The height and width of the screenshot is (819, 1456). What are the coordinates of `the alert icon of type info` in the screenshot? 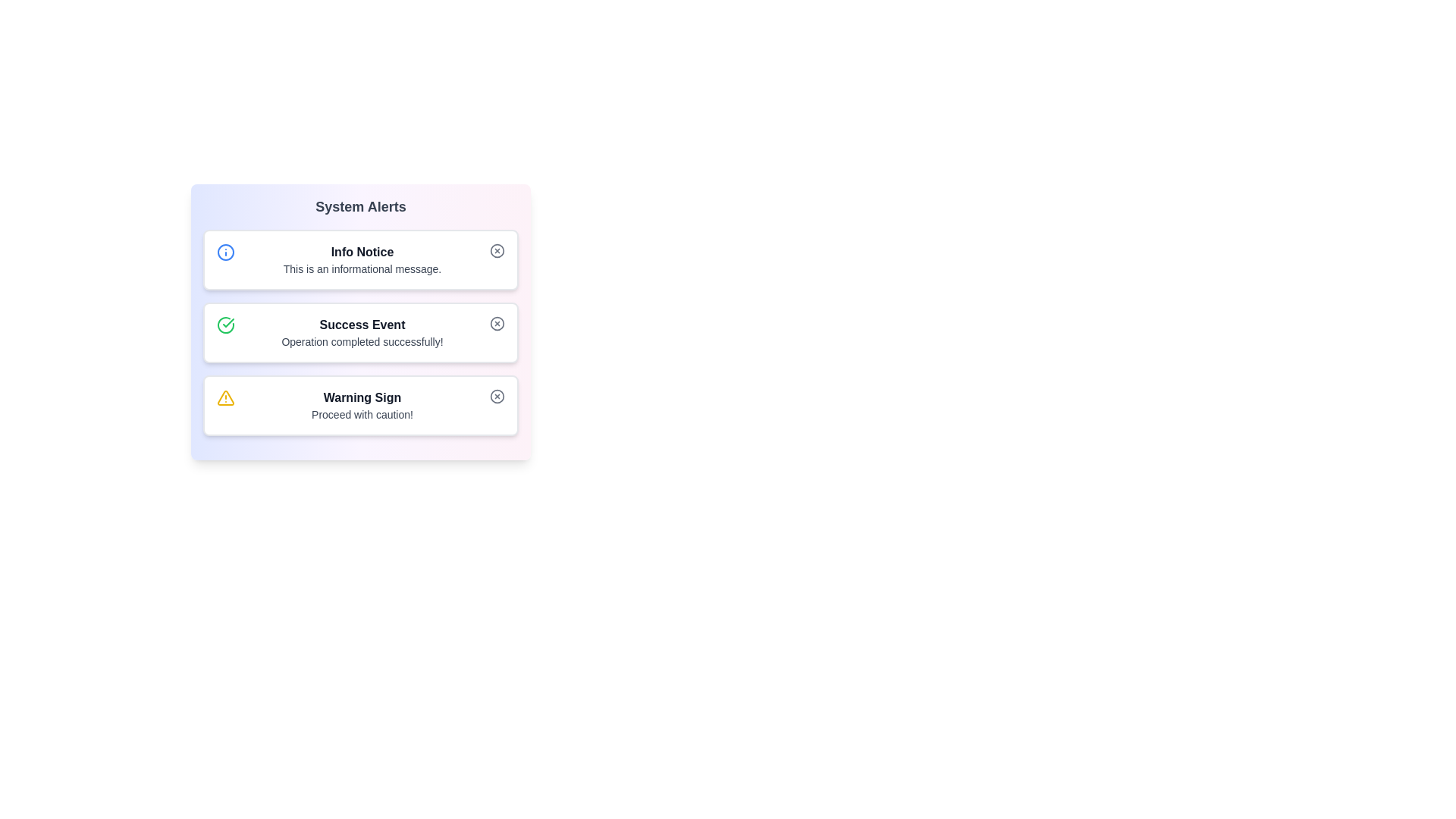 It's located at (224, 251).